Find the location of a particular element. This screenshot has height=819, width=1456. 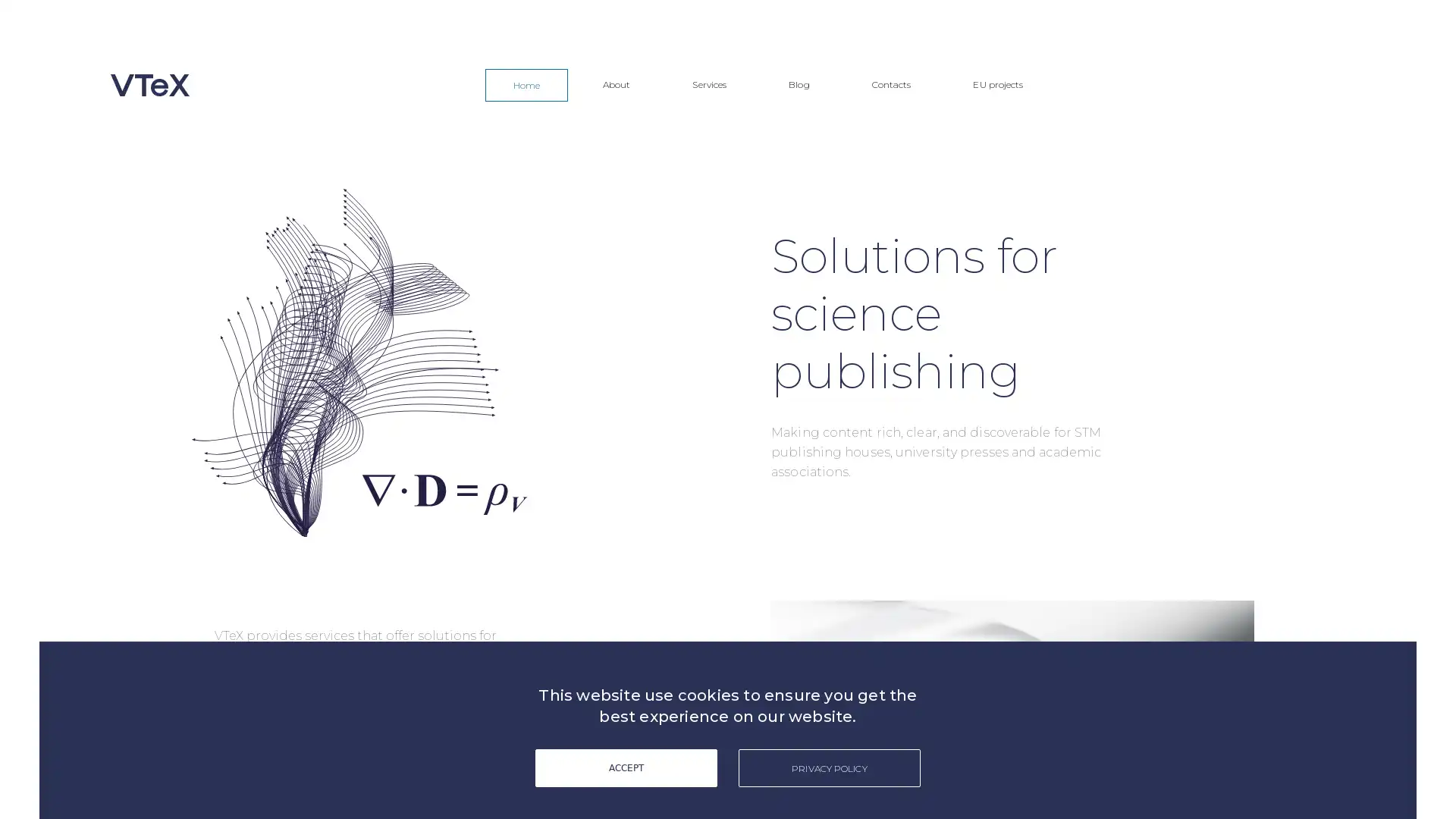

ACCEPT is located at coordinates (626, 768).